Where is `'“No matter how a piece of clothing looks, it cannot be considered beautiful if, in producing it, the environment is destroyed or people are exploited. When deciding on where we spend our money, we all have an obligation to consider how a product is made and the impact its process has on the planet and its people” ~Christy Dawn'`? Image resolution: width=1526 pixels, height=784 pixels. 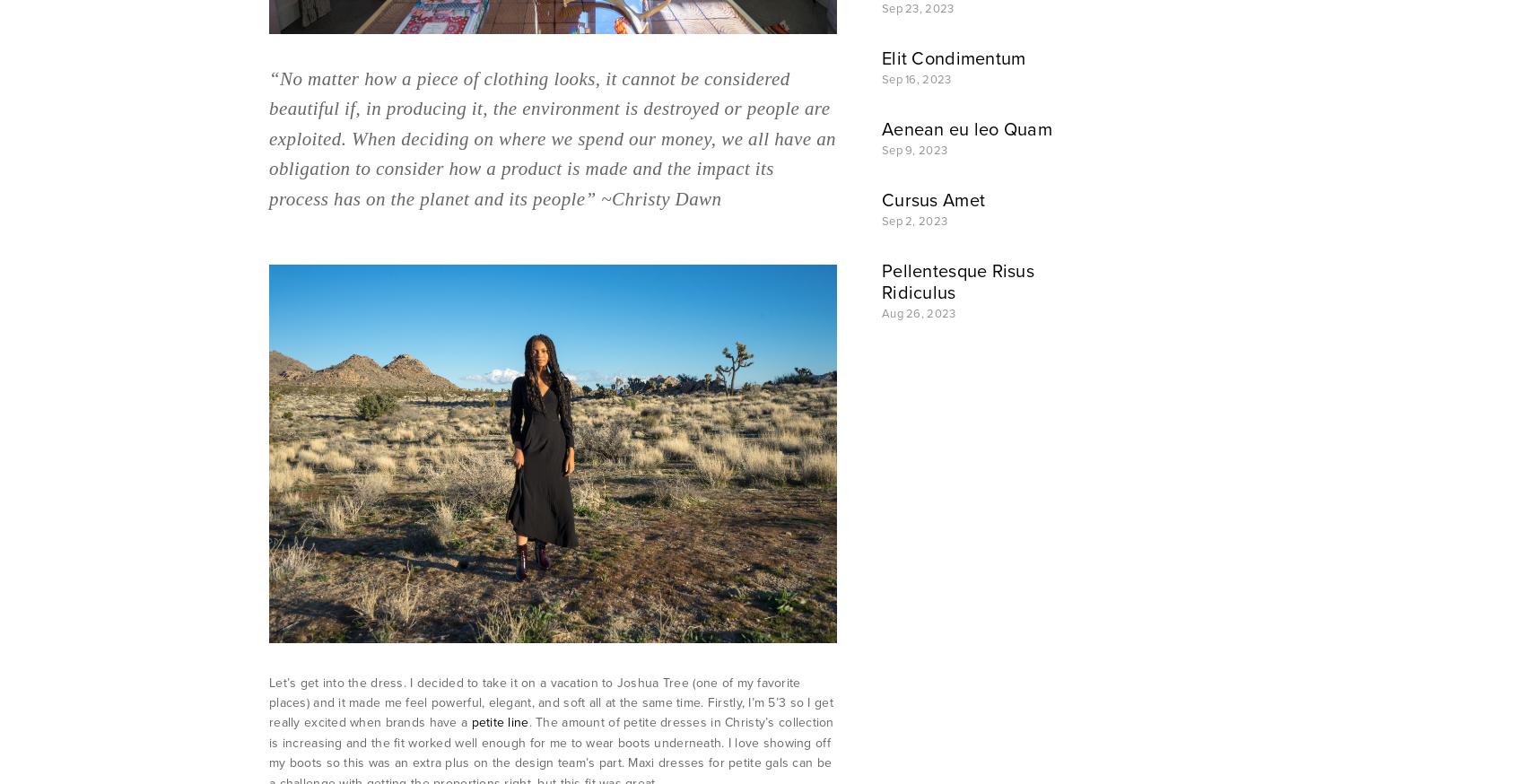
'“No matter how a piece of clothing looks, it cannot be considered beautiful if, in producing it, the environment is destroyed or people are exploited. When deciding on where we spend our money, we all have an obligation to consider how a product is made and the impact its process has on the planet and its people” ~Christy Dawn' is located at coordinates (554, 136).